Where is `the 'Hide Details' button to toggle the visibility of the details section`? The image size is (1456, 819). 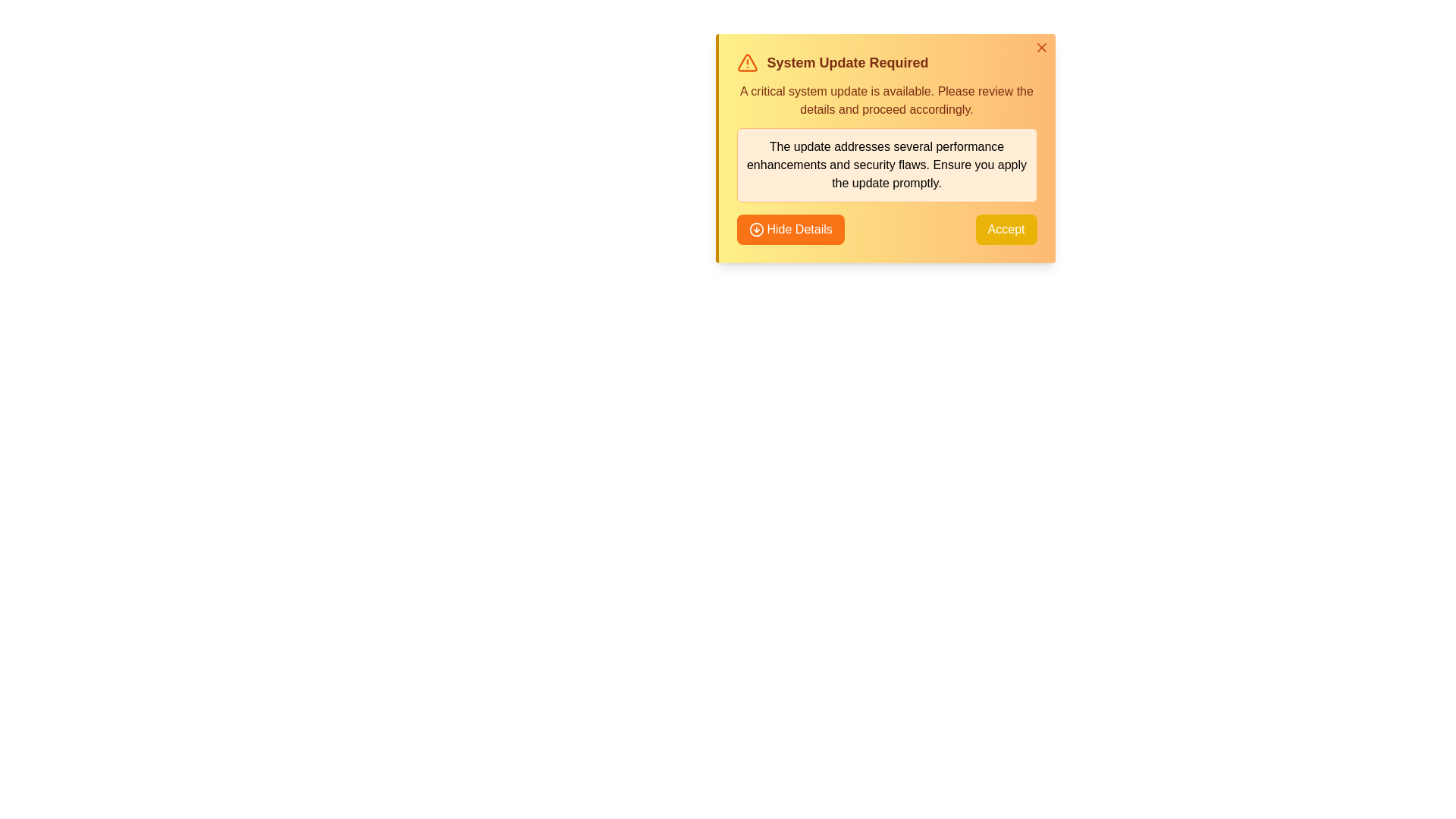
the 'Hide Details' button to toggle the visibility of the details section is located at coordinates (789, 230).